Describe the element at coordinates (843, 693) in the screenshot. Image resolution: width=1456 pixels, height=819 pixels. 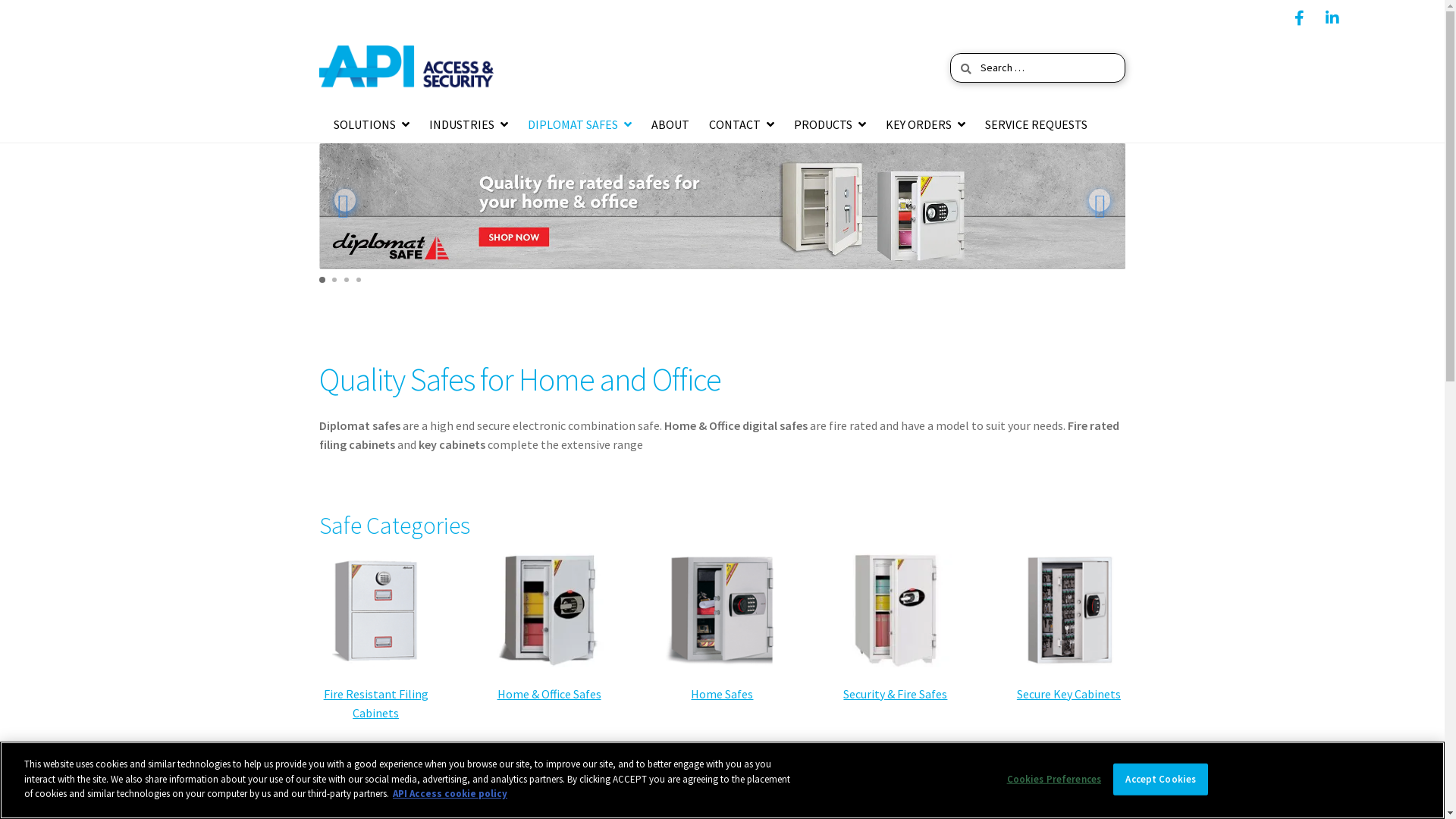
I see `'Security & Fire Safes'` at that location.